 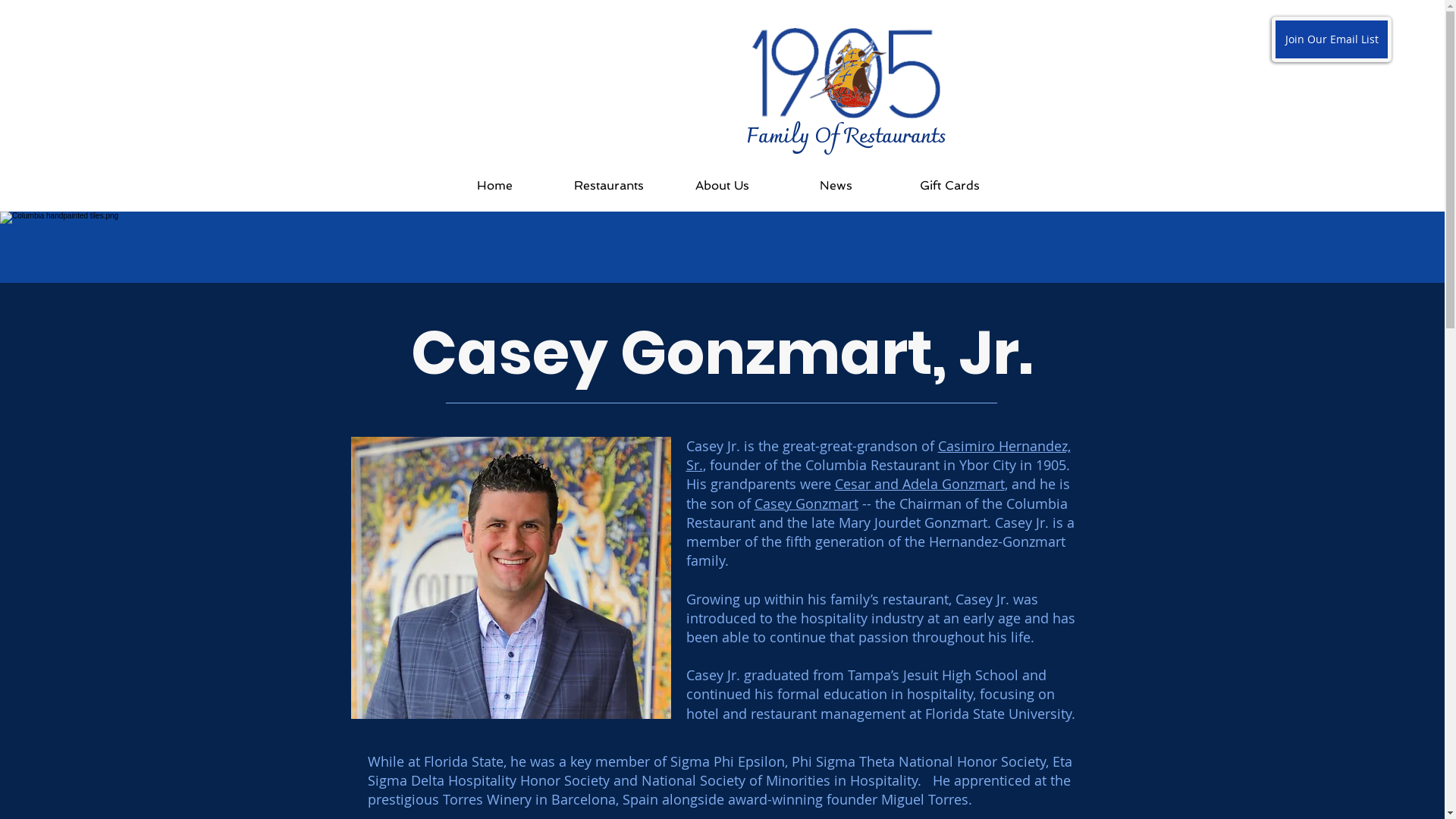 I want to click on 'Cesar and Adela Gonzmart', so click(x=918, y=483).